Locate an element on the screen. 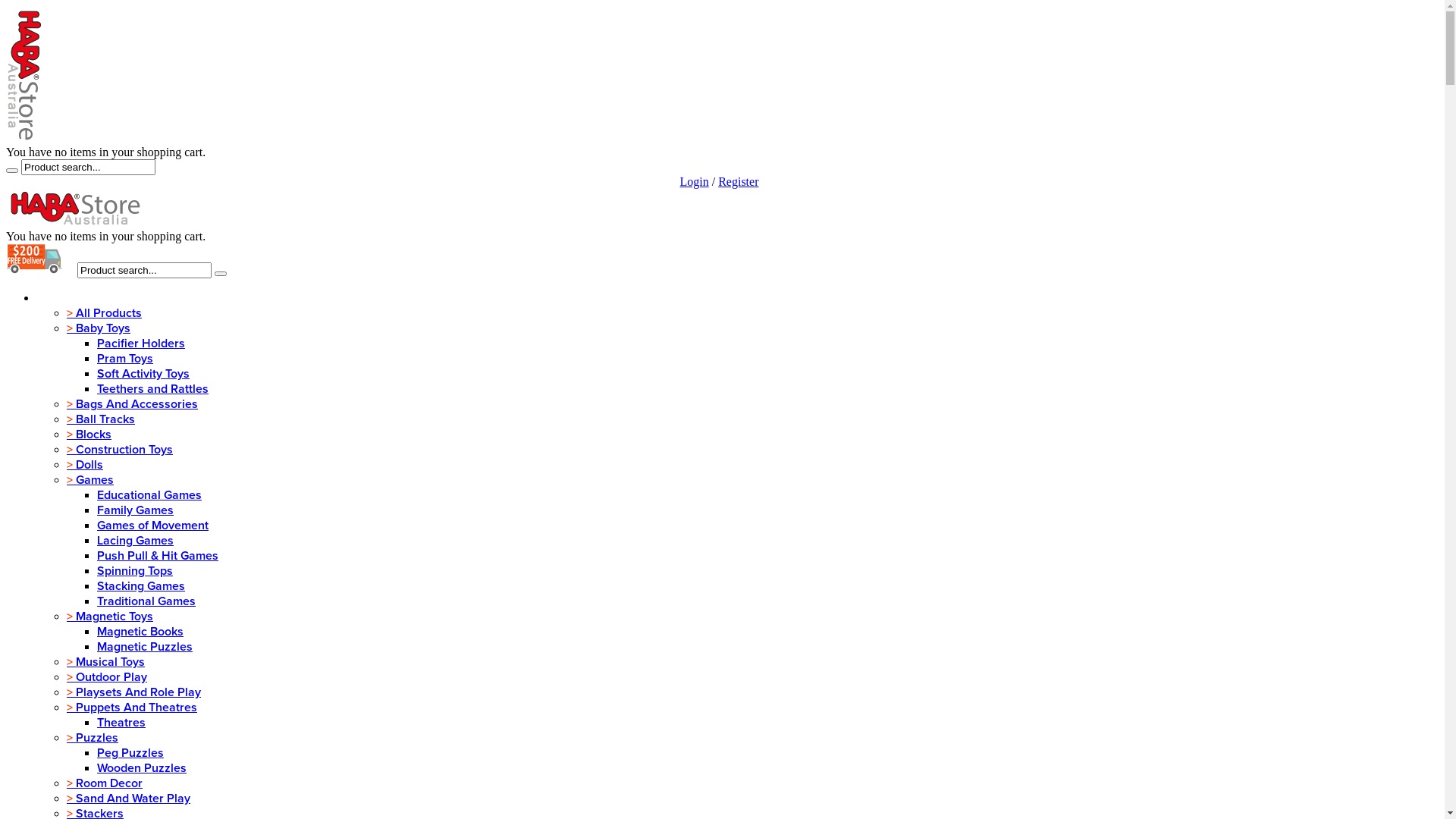 The width and height of the screenshot is (1456, 819). 'Wooden Puzzles' is located at coordinates (142, 768).